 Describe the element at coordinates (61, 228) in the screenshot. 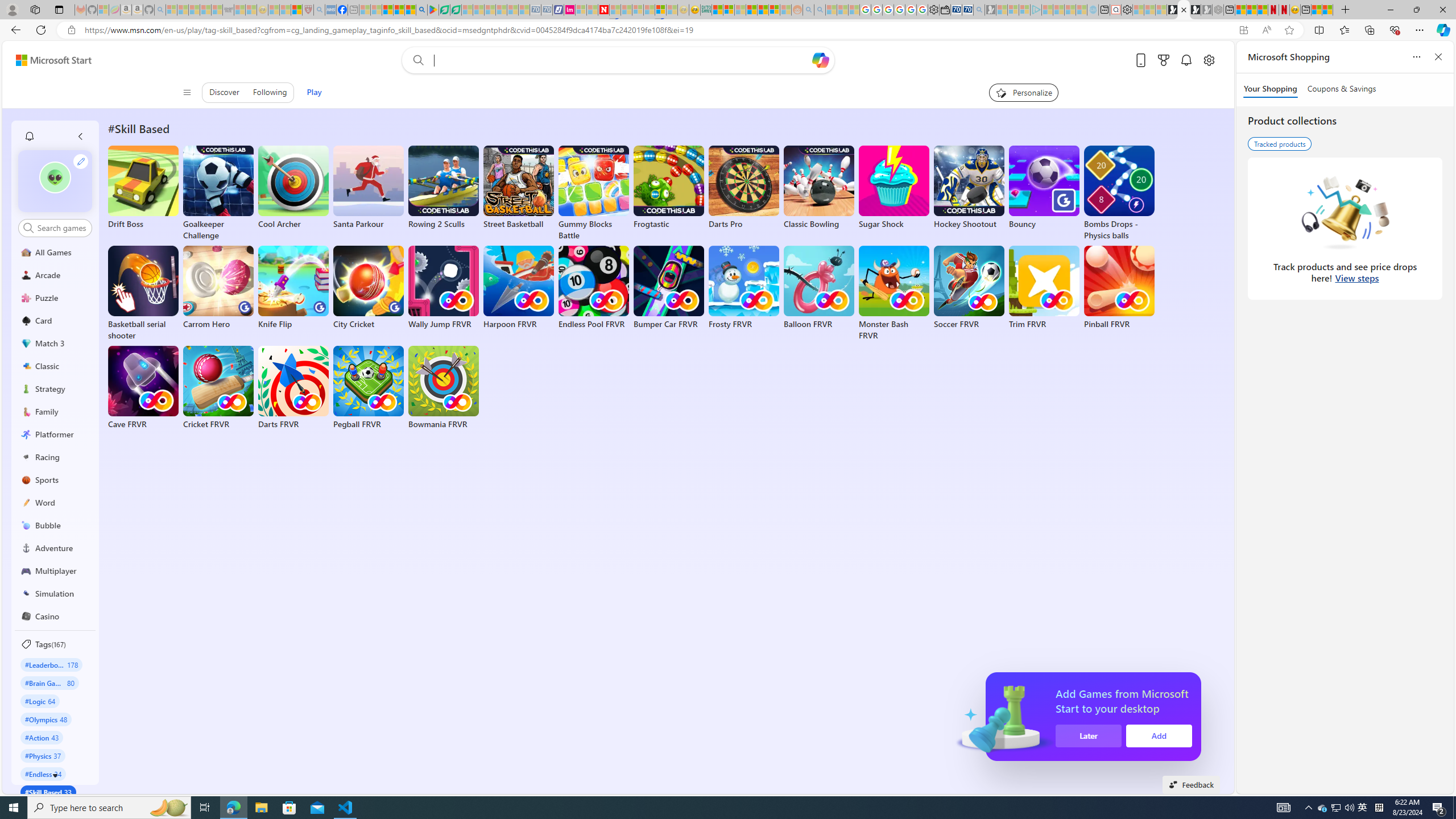

I see `'AutomationID: control'` at that location.